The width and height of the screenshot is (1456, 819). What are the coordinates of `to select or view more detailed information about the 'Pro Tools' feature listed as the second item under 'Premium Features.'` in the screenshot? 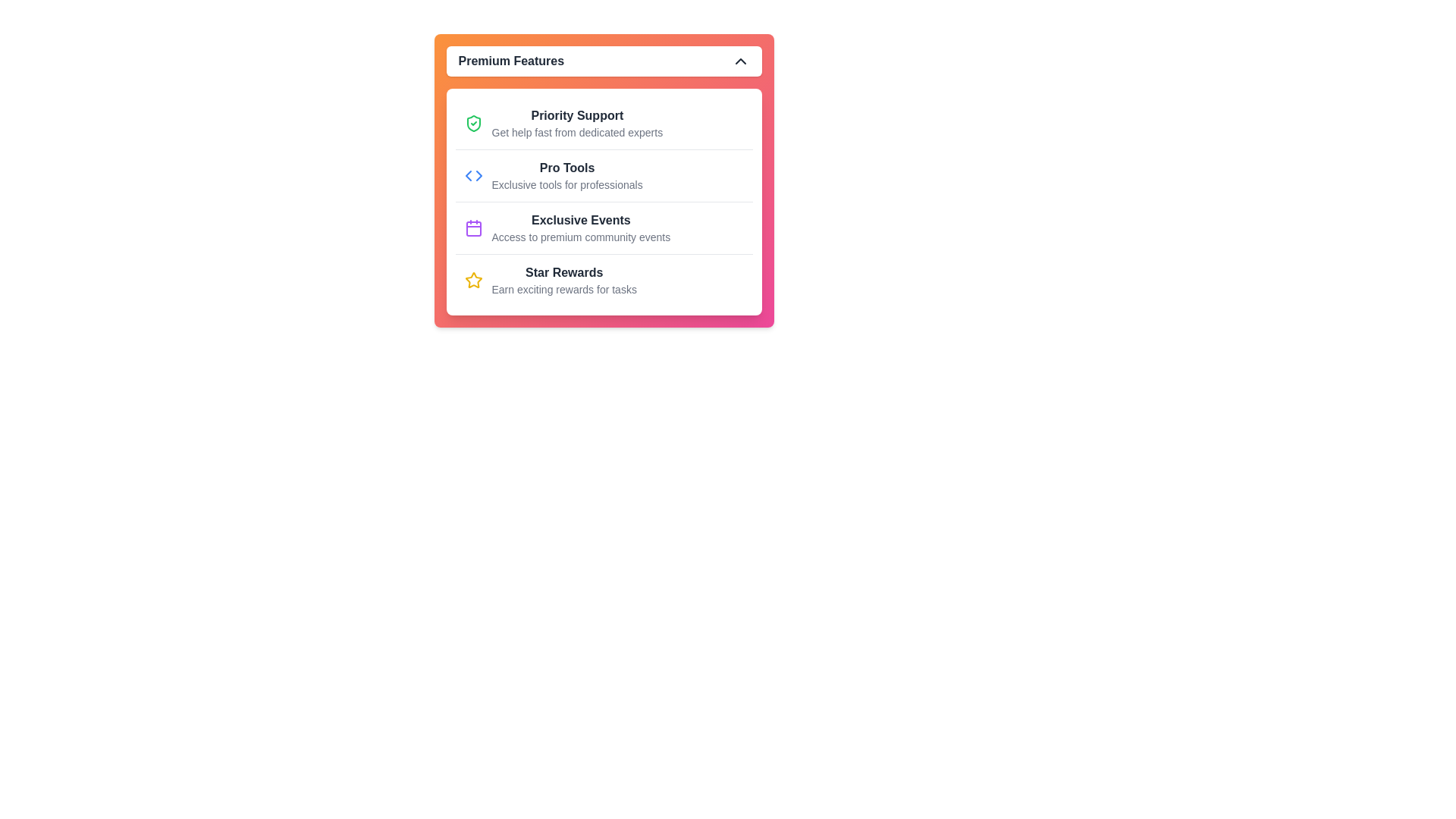 It's located at (603, 180).